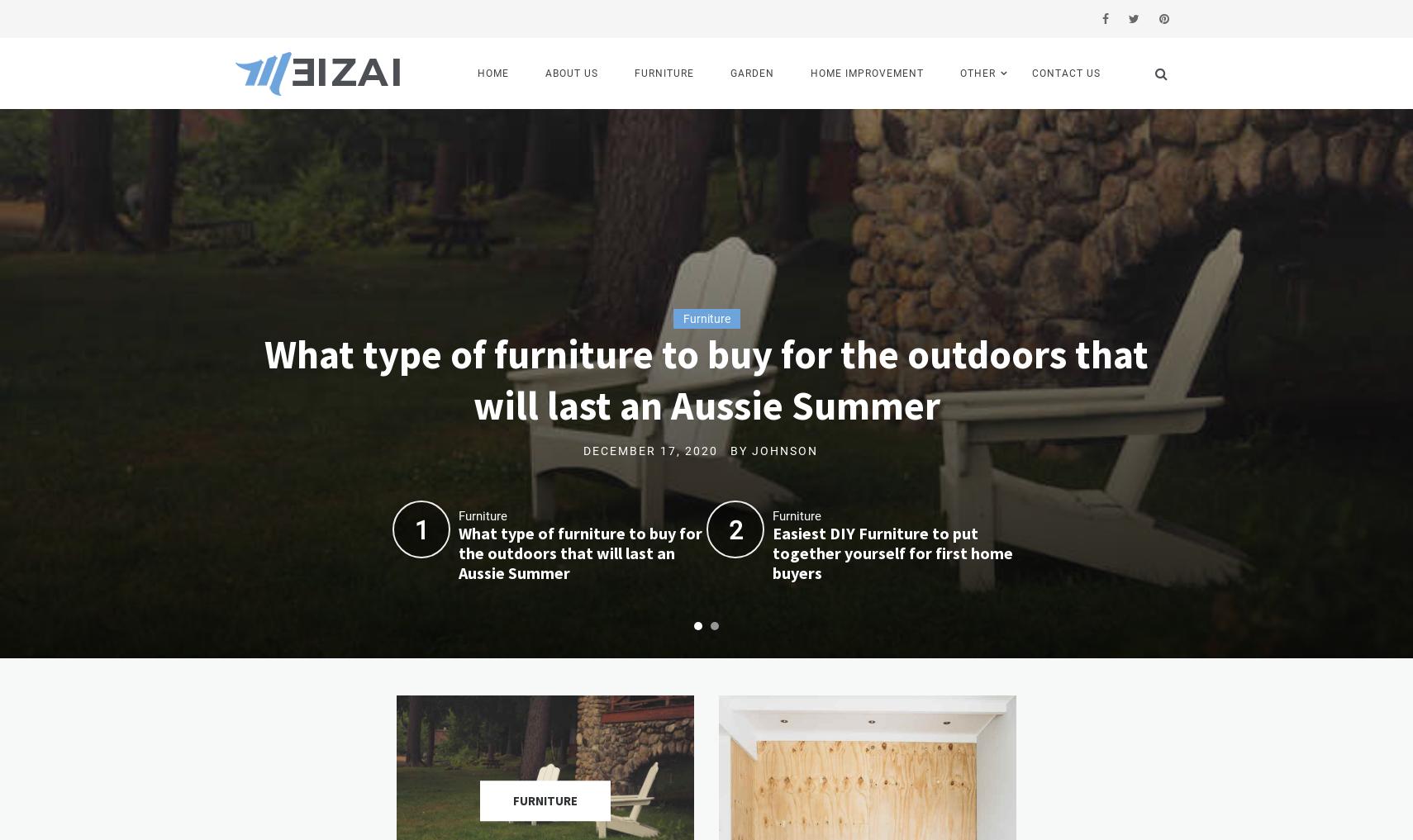  Describe the element at coordinates (308, 202) in the screenshot. I see `'Meizai, the Home of Furniture, Home Improvement and Lifestyle Info.'` at that location.